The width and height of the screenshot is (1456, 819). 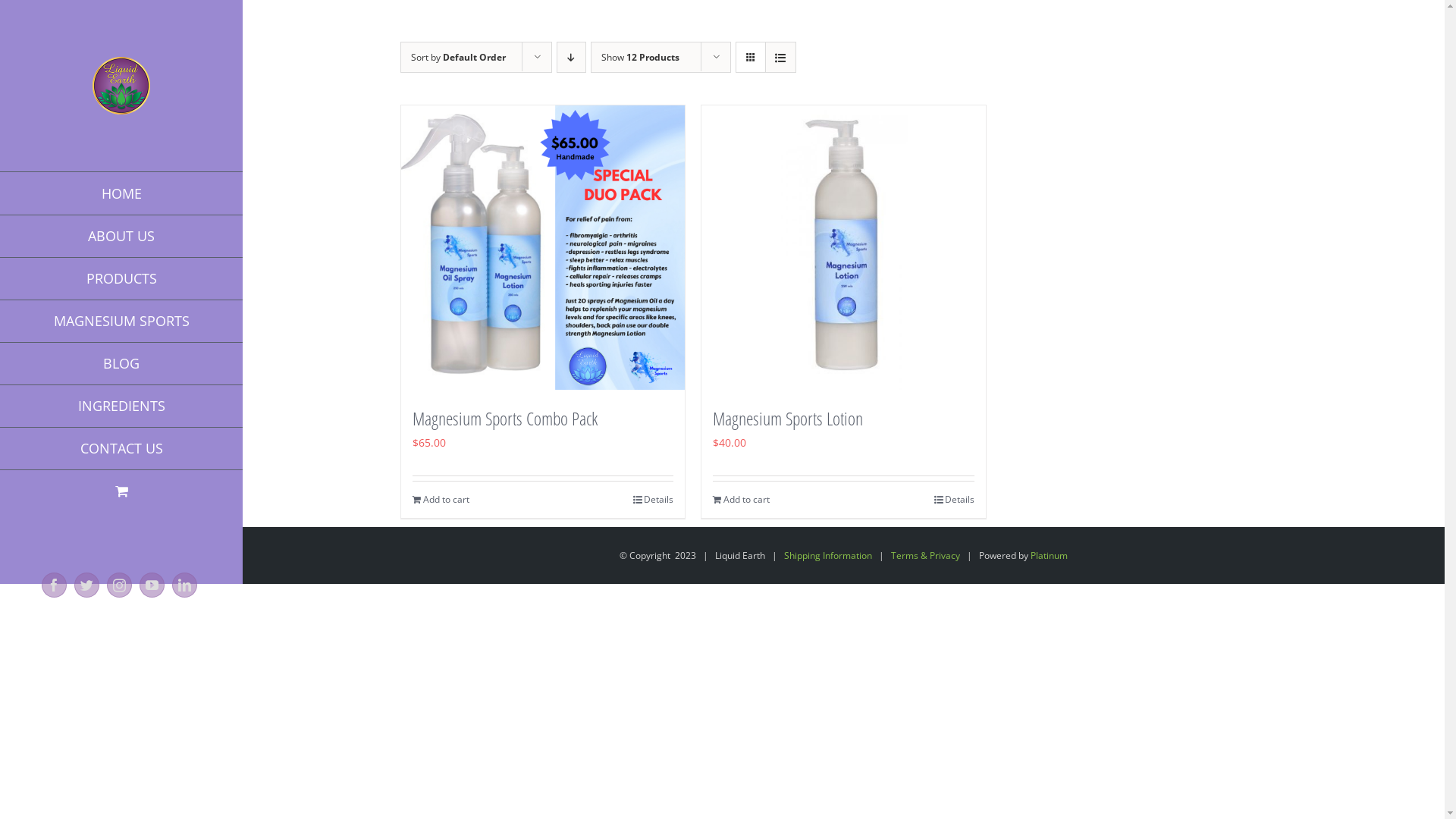 What do you see at coordinates (120, 320) in the screenshot?
I see `'MAGNESIUM SPORTS'` at bounding box center [120, 320].